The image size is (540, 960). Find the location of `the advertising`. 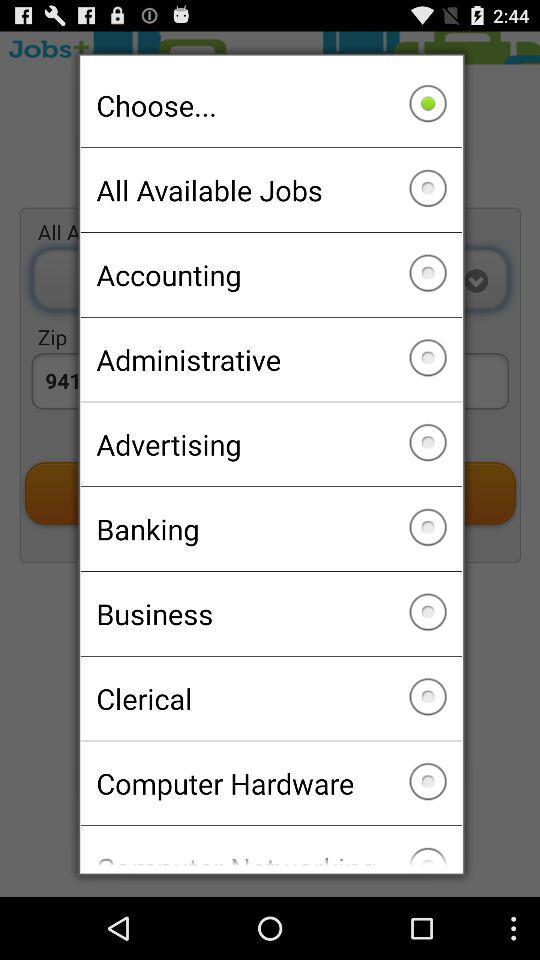

the advertising is located at coordinates (270, 444).